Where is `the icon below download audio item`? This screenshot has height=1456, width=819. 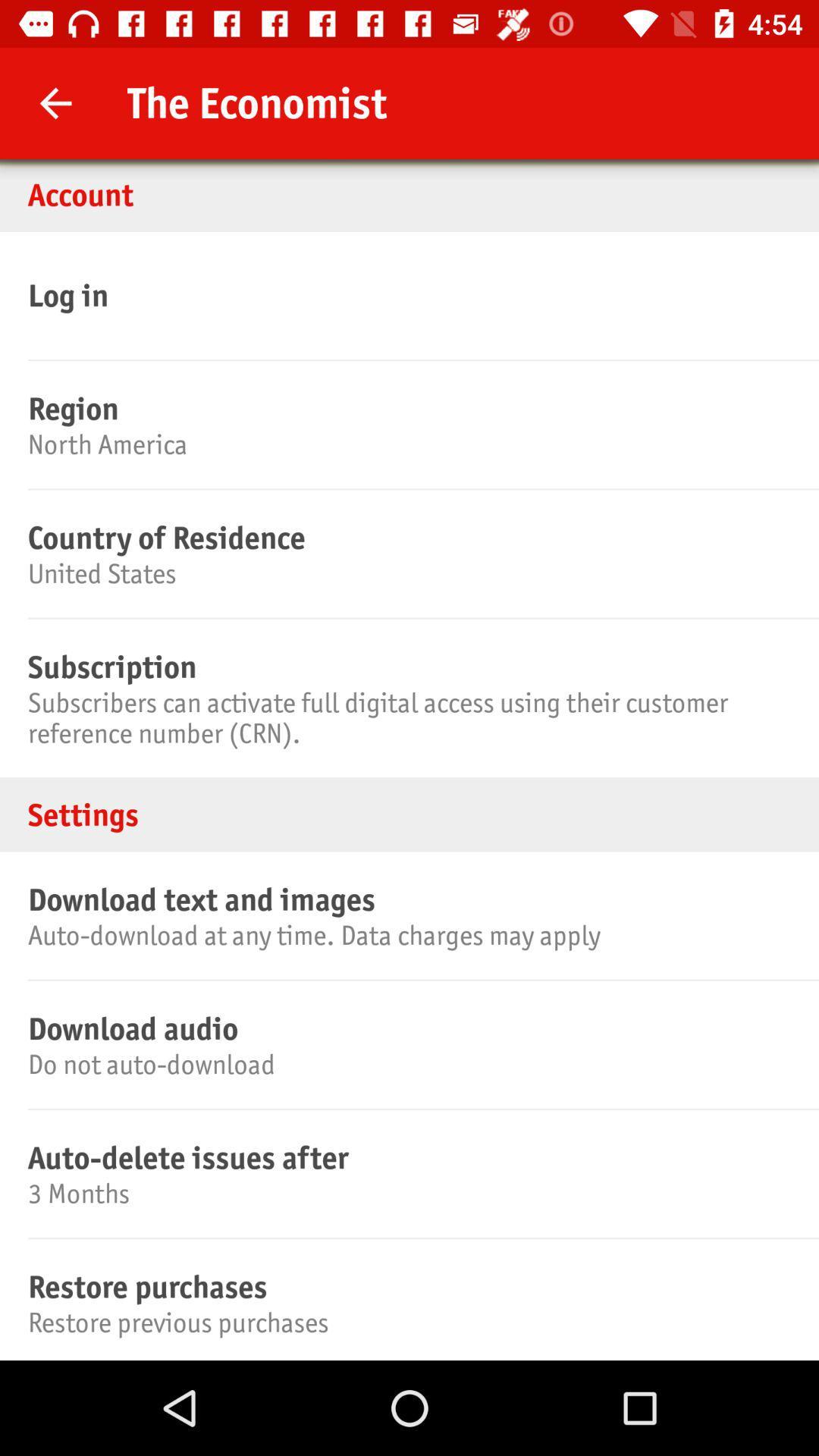 the icon below download audio item is located at coordinates (406, 1063).